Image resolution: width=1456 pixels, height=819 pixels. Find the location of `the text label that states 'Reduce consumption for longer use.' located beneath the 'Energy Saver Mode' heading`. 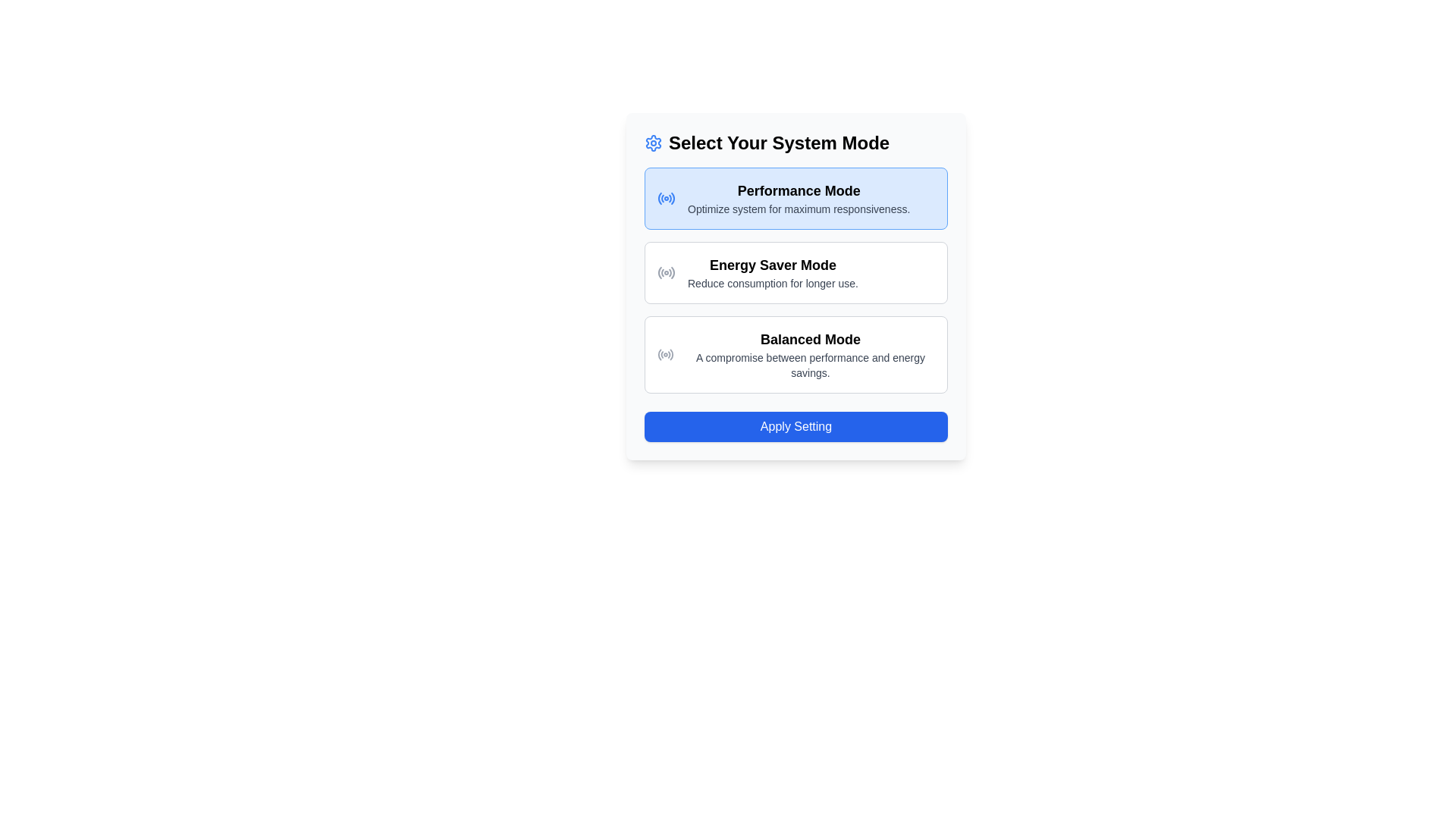

the text label that states 'Reduce consumption for longer use.' located beneath the 'Energy Saver Mode' heading is located at coordinates (773, 284).